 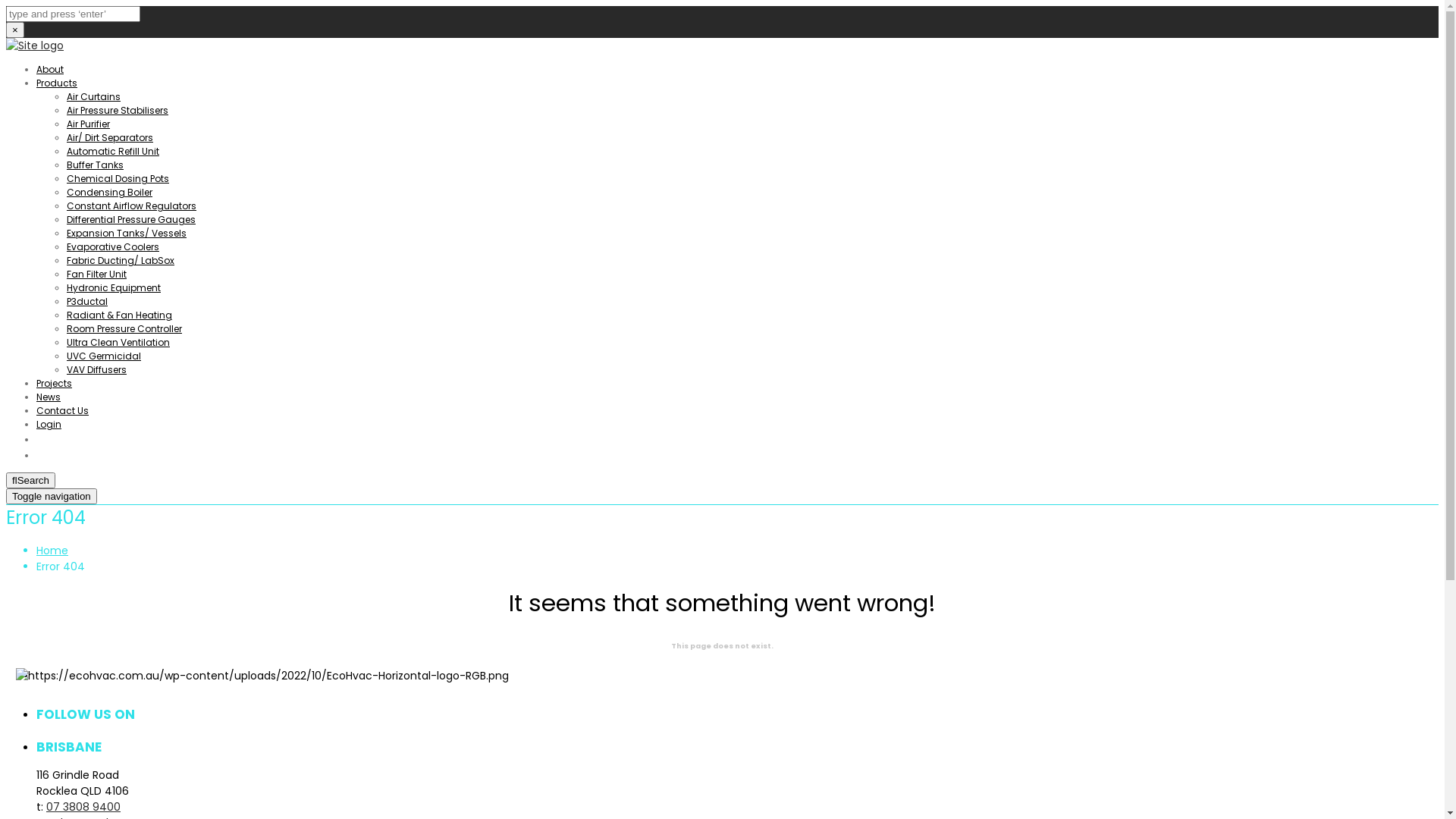 What do you see at coordinates (65, 123) in the screenshot?
I see `'Air Purifier'` at bounding box center [65, 123].